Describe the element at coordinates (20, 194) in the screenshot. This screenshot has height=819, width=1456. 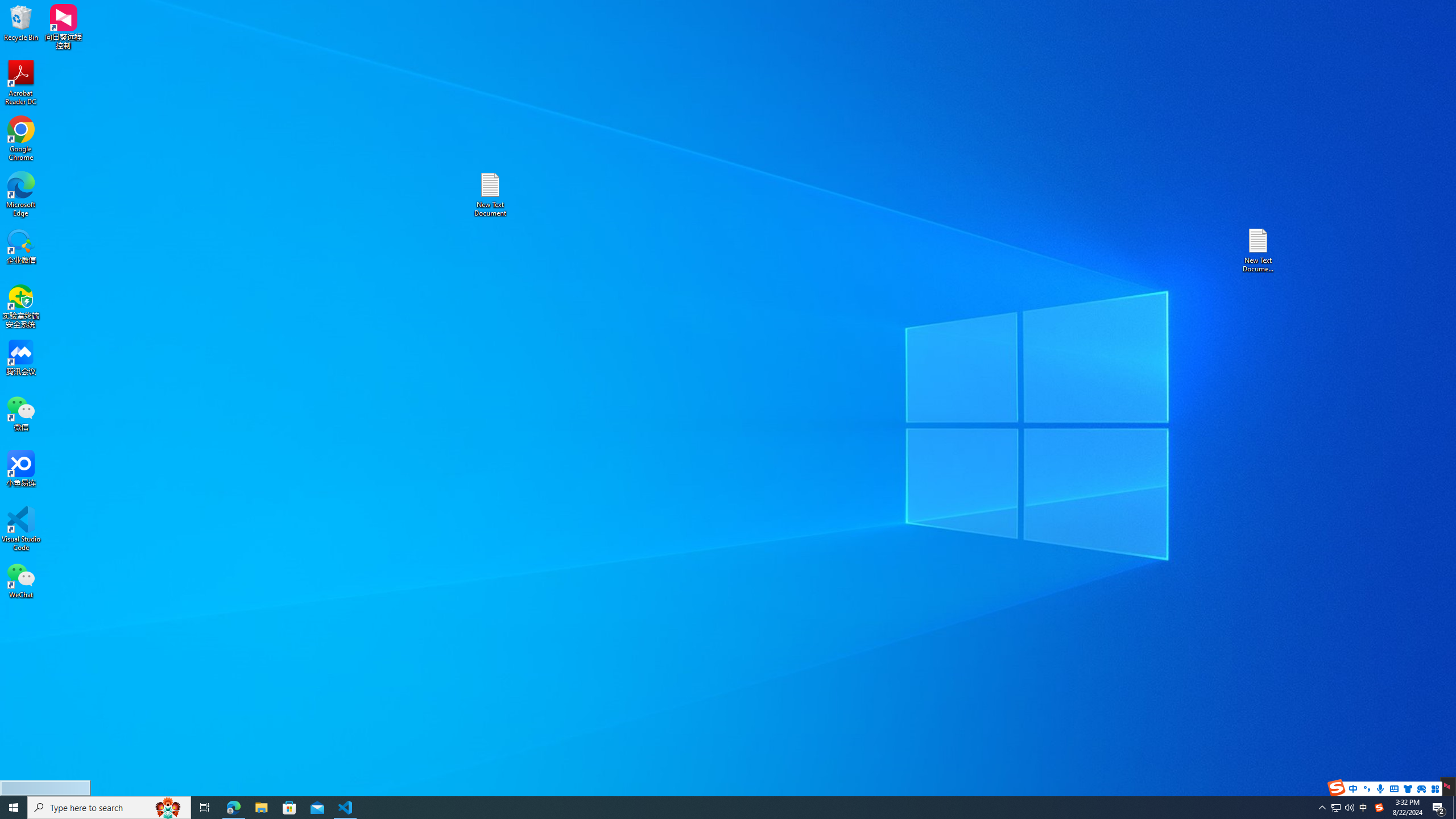
I see `'Microsoft Edge'` at that location.